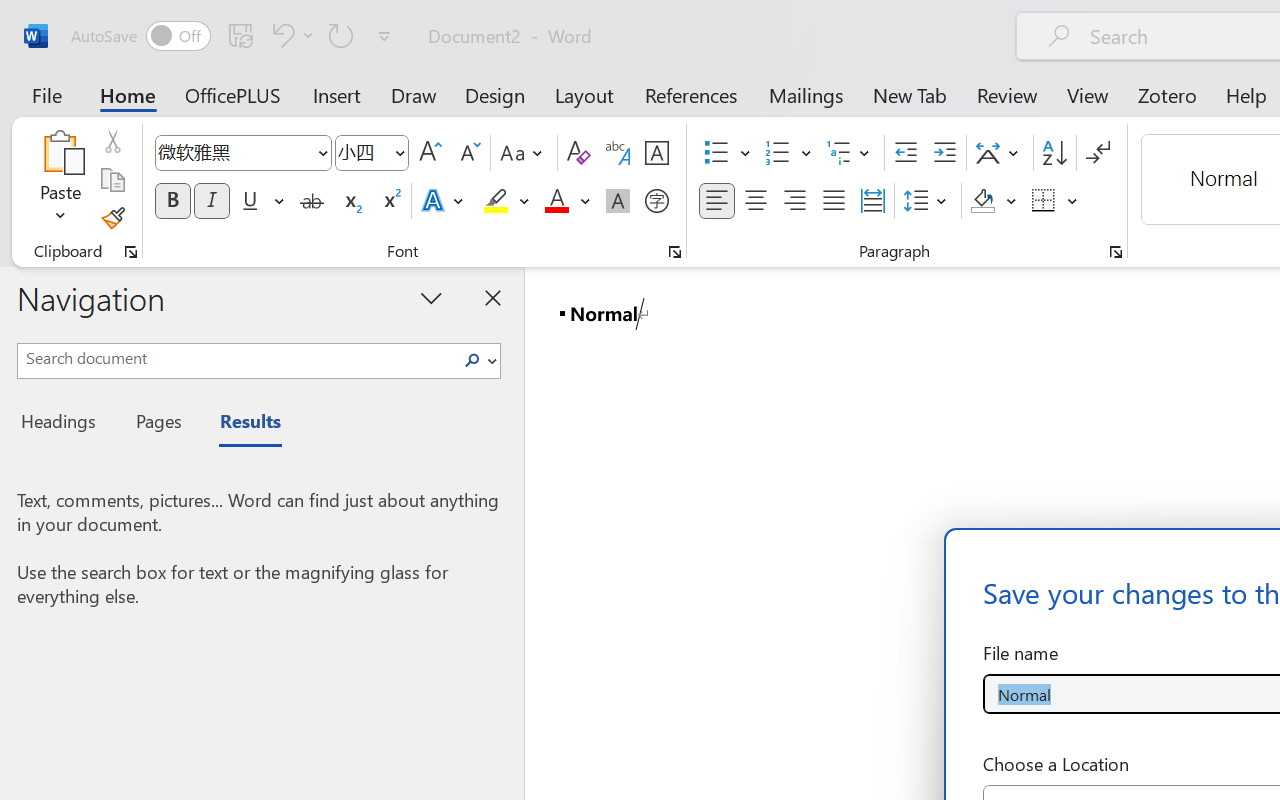 This screenshot has height=800, width=1280. I want to click on 'Draw', so click(413, 94).